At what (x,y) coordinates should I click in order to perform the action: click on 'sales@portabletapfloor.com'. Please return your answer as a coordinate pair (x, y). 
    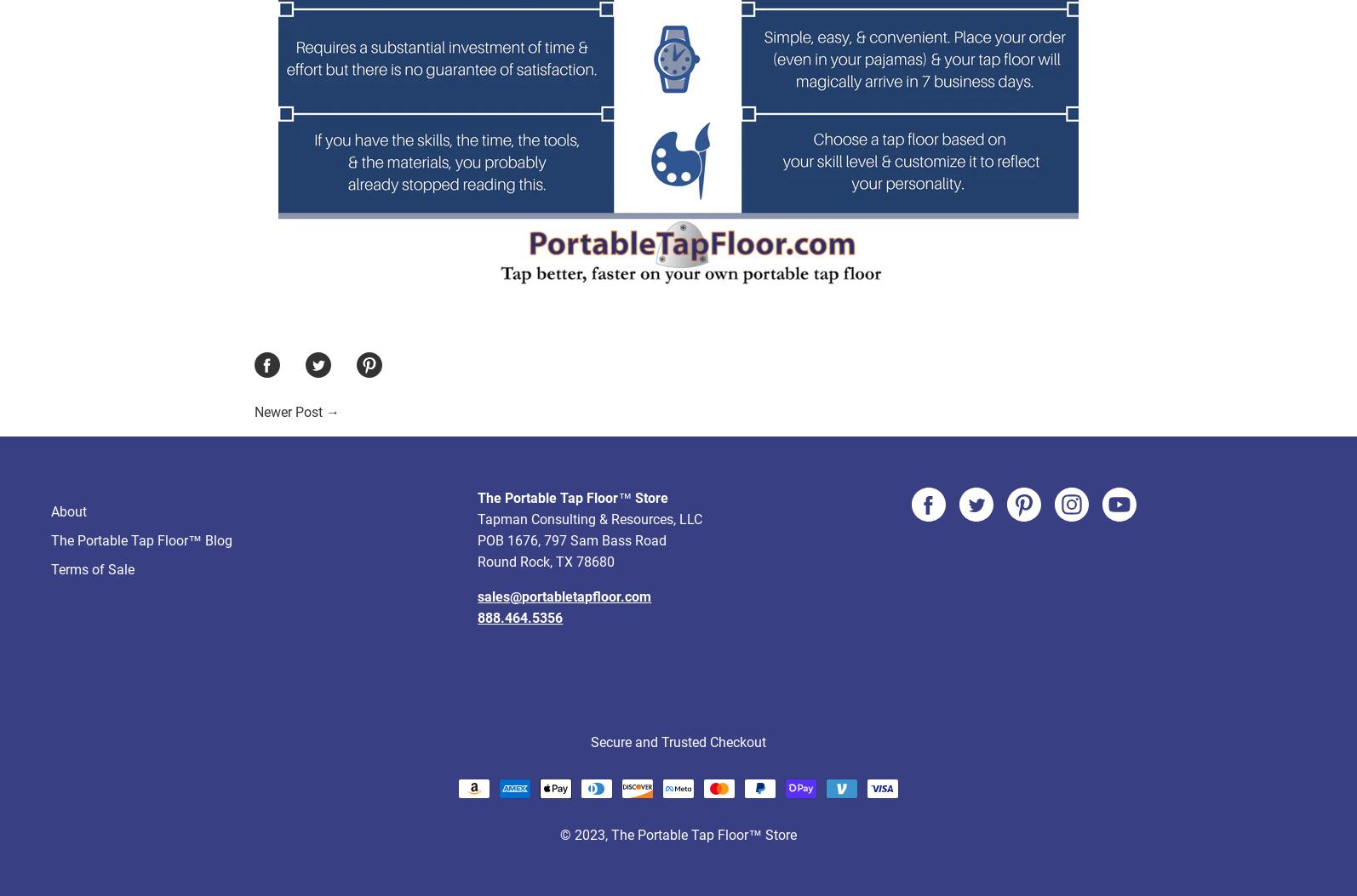
    Looking at the image, I should click on (563, 532).